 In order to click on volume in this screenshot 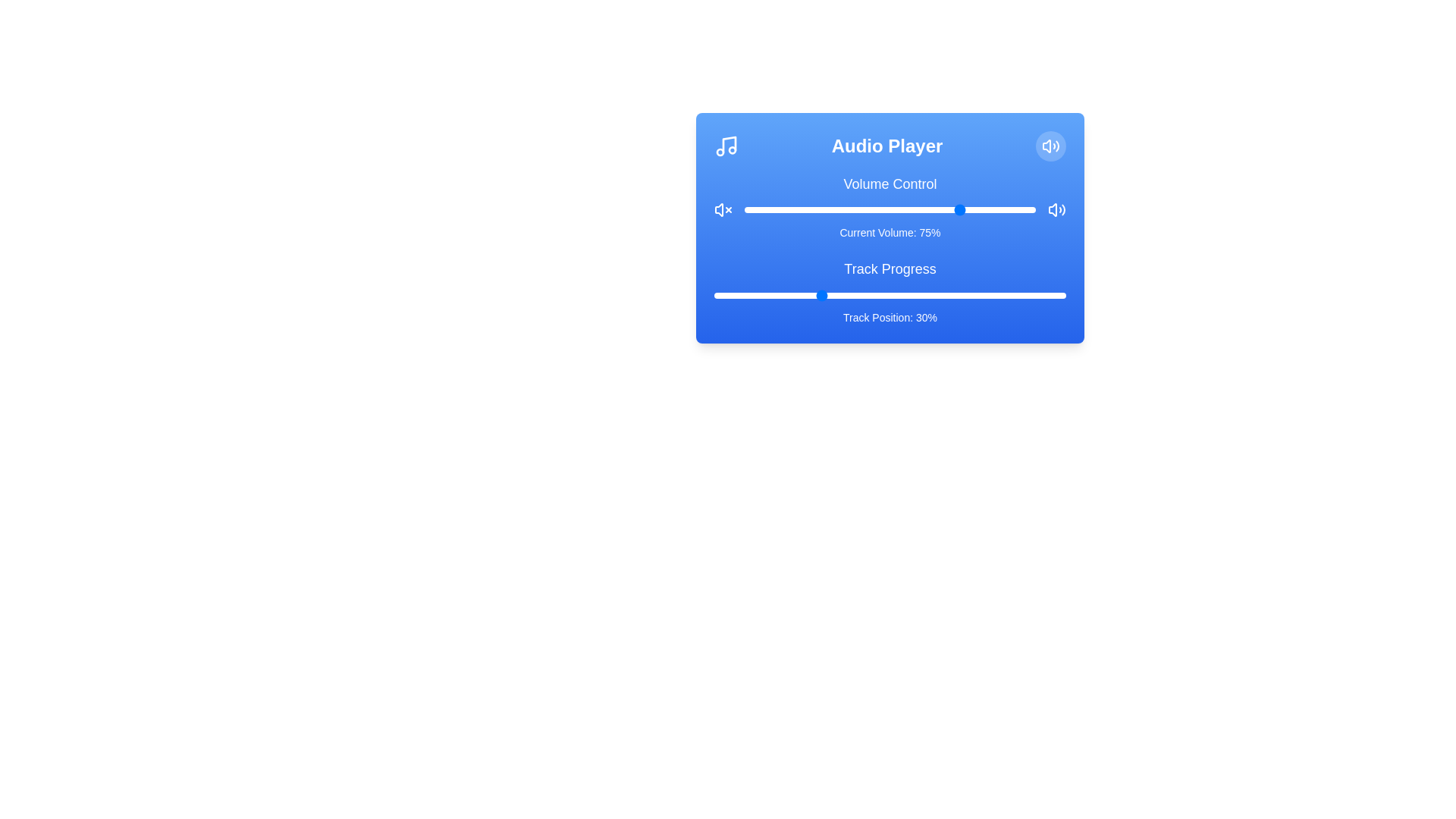, I will do `click(1003, 207)`.